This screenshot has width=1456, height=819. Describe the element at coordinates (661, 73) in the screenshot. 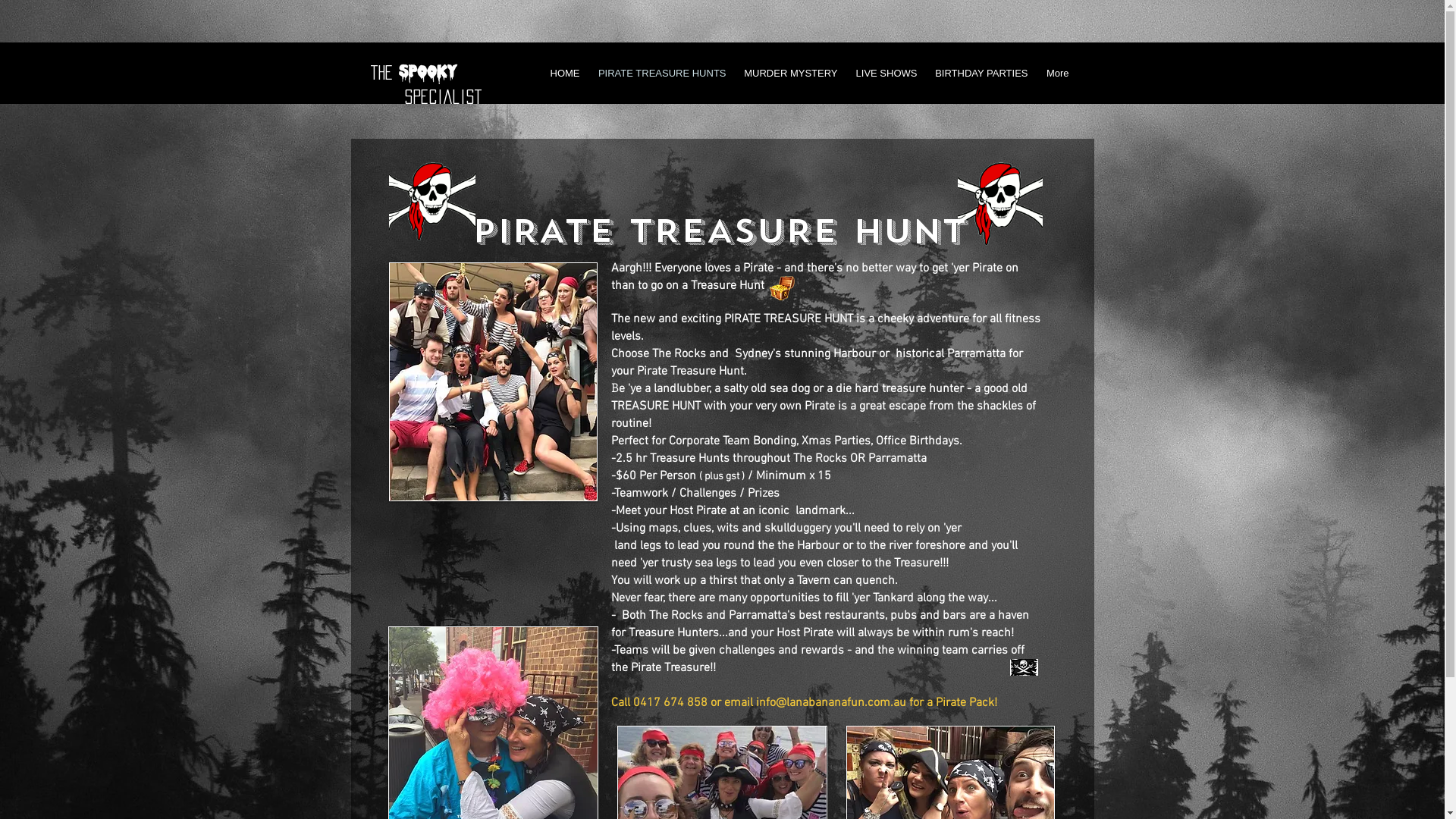

I see `'PIRATE TREASURE HUNTS'` at that location.